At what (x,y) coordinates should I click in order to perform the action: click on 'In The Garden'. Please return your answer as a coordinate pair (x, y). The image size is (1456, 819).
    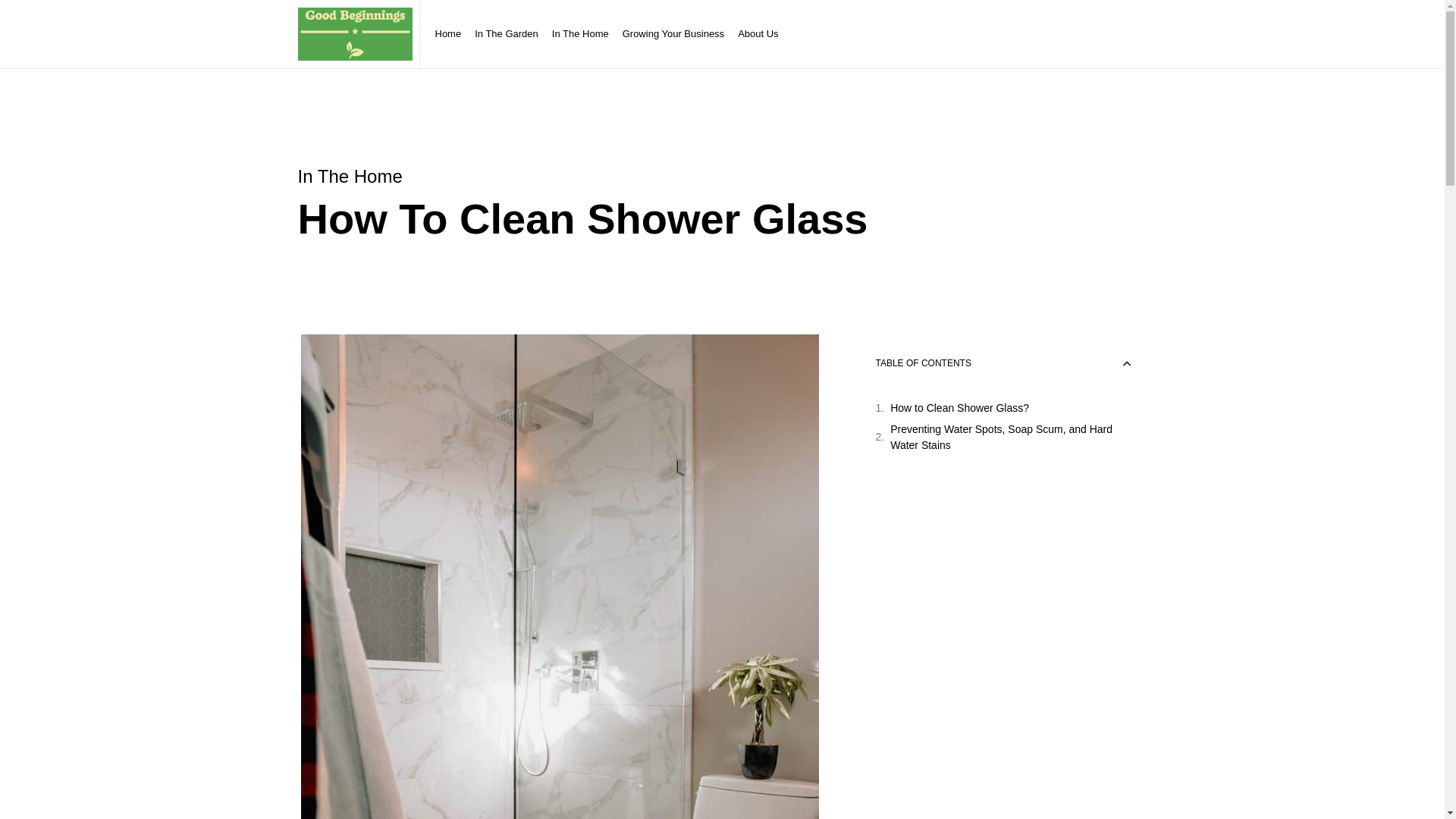
    Looking at the image, I should click on (467, 34).